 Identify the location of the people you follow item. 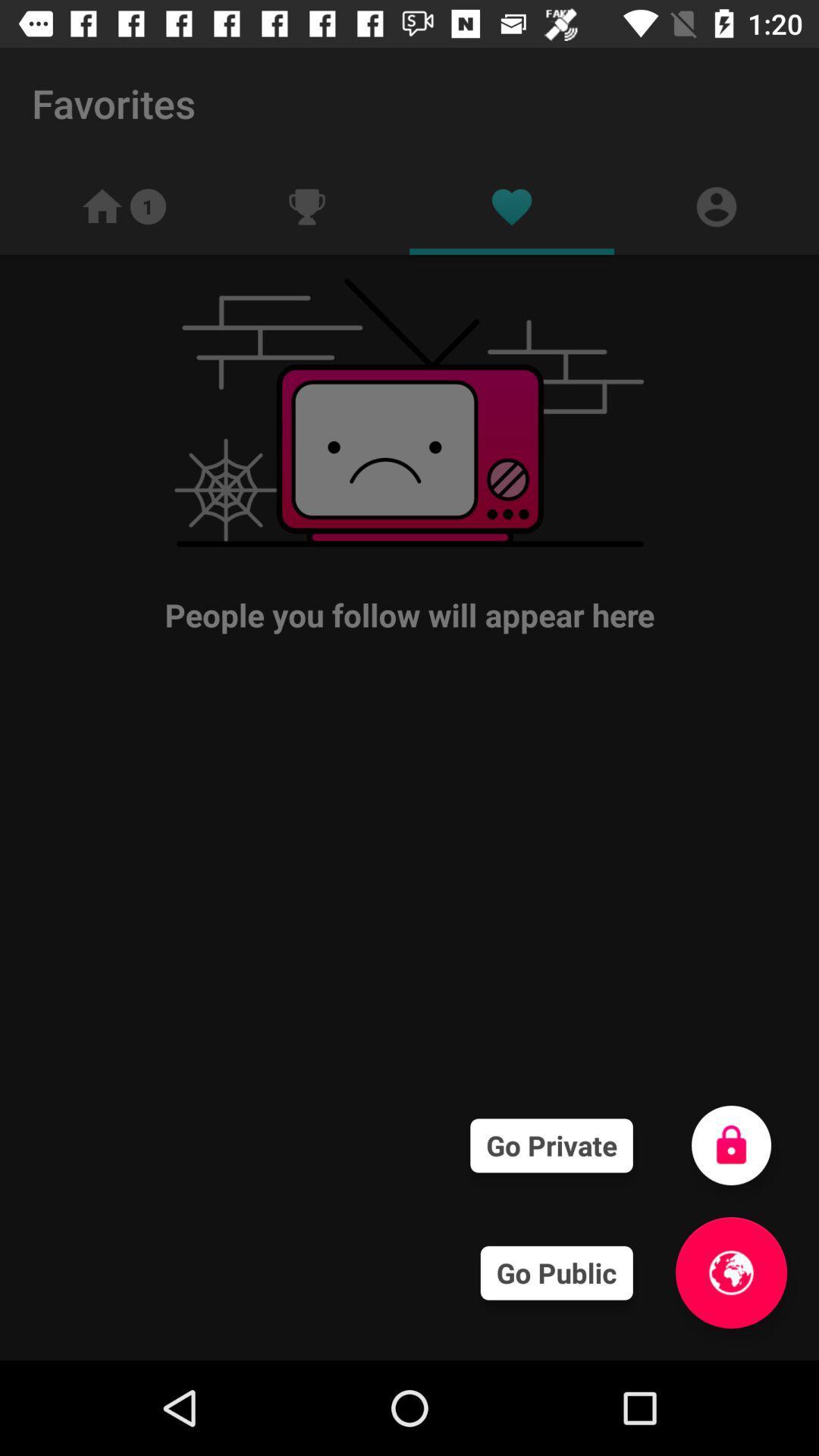
(409, 454).